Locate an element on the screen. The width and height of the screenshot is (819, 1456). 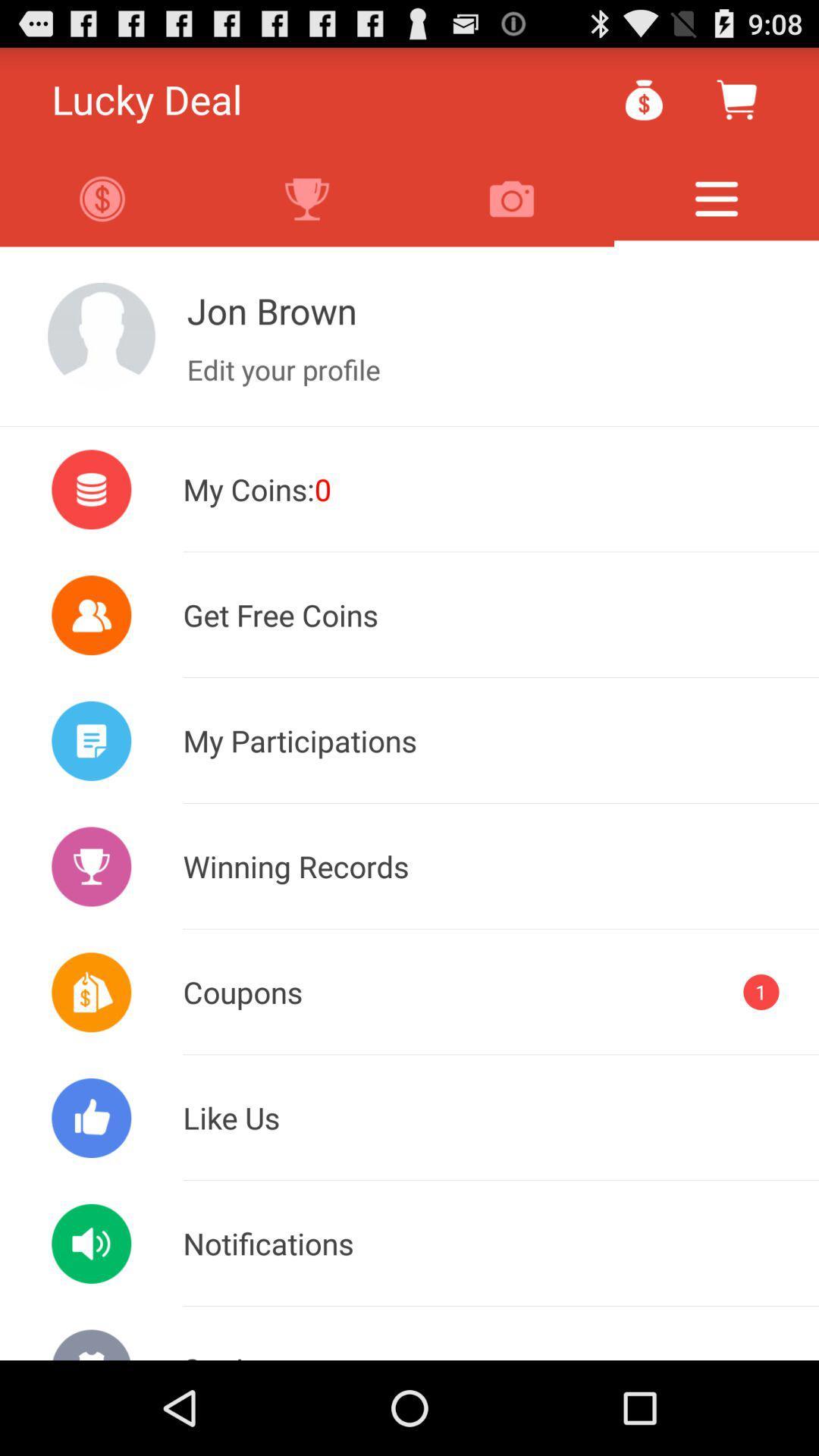
the shopping cart is located at coordinates (736, 99).